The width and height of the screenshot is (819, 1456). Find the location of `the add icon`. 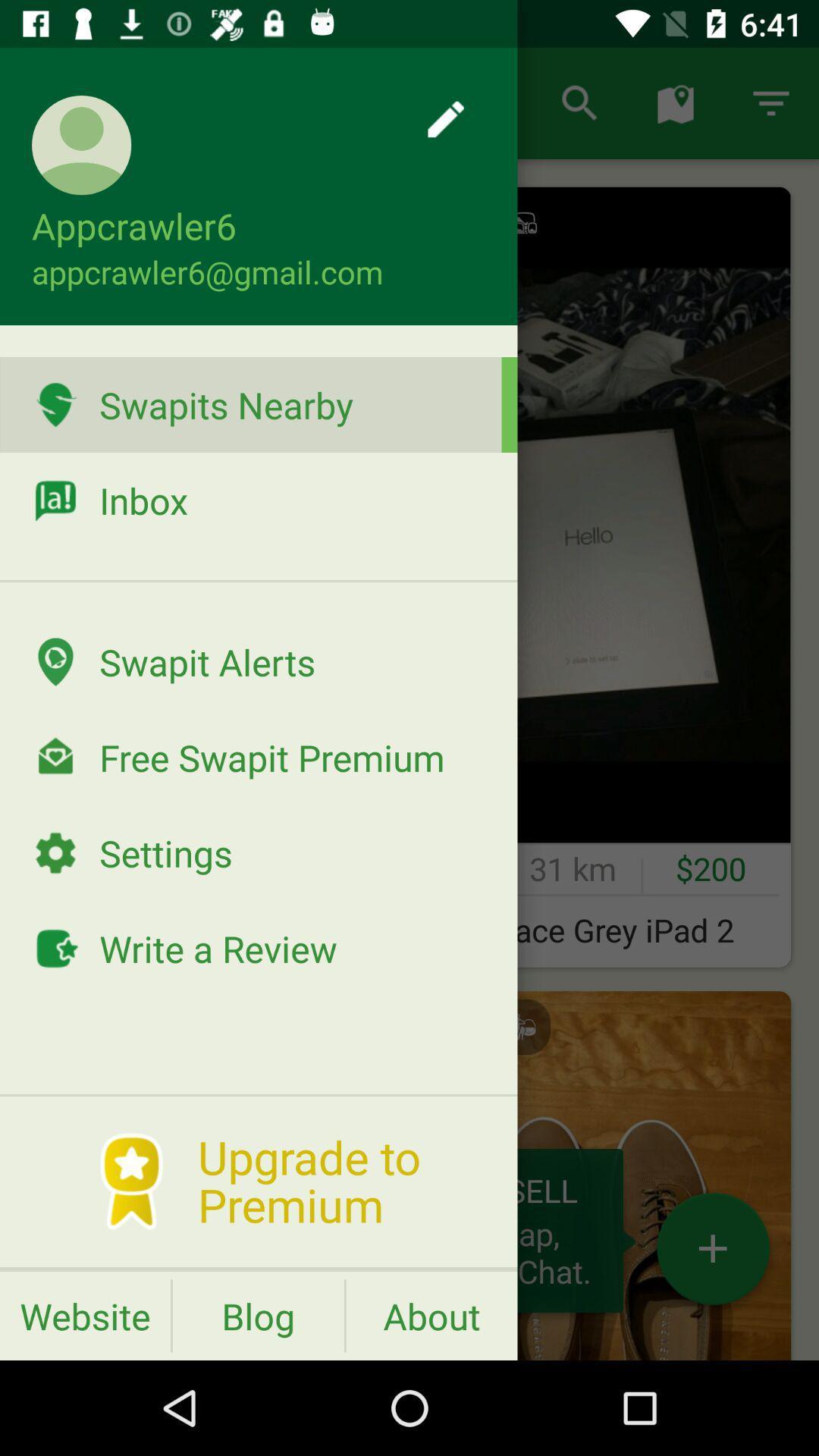

the add icon is located at coordinates (713, 1254).